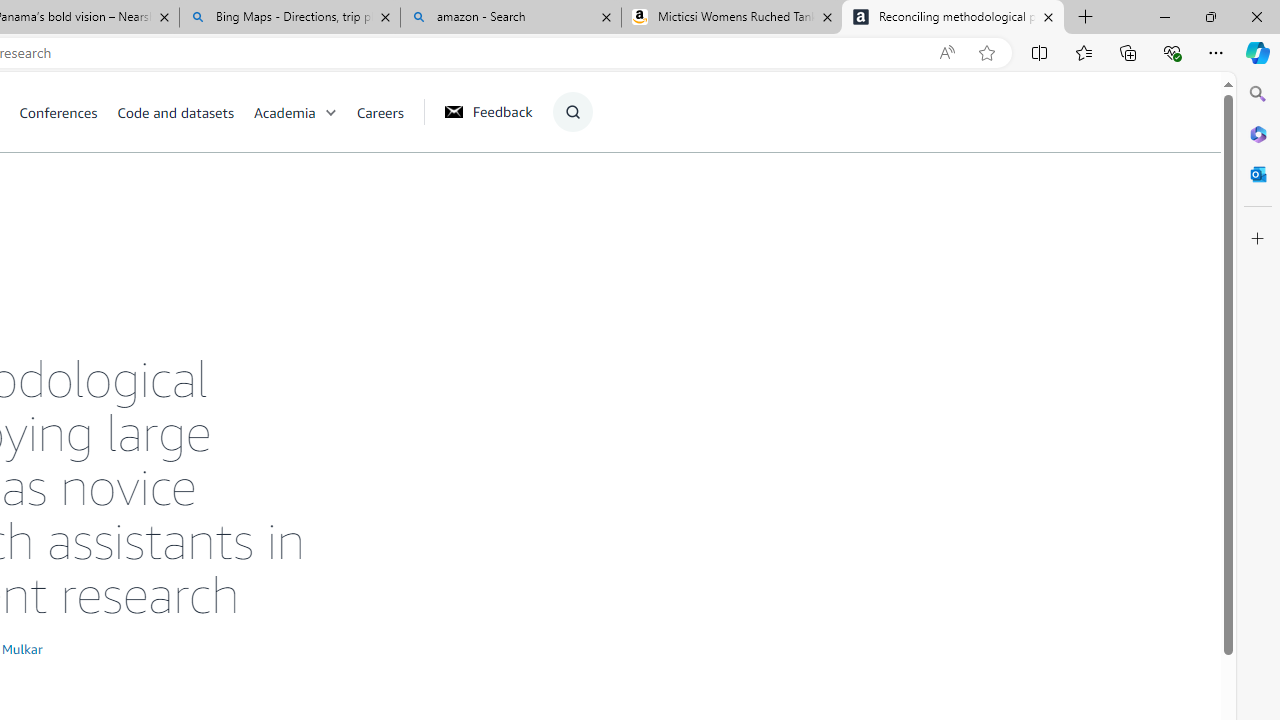 The height and width of the screenshot is (720, 1280). Describe the element at coordinates (380, 111) in the screenshot. I see `'Careers'` at that location.